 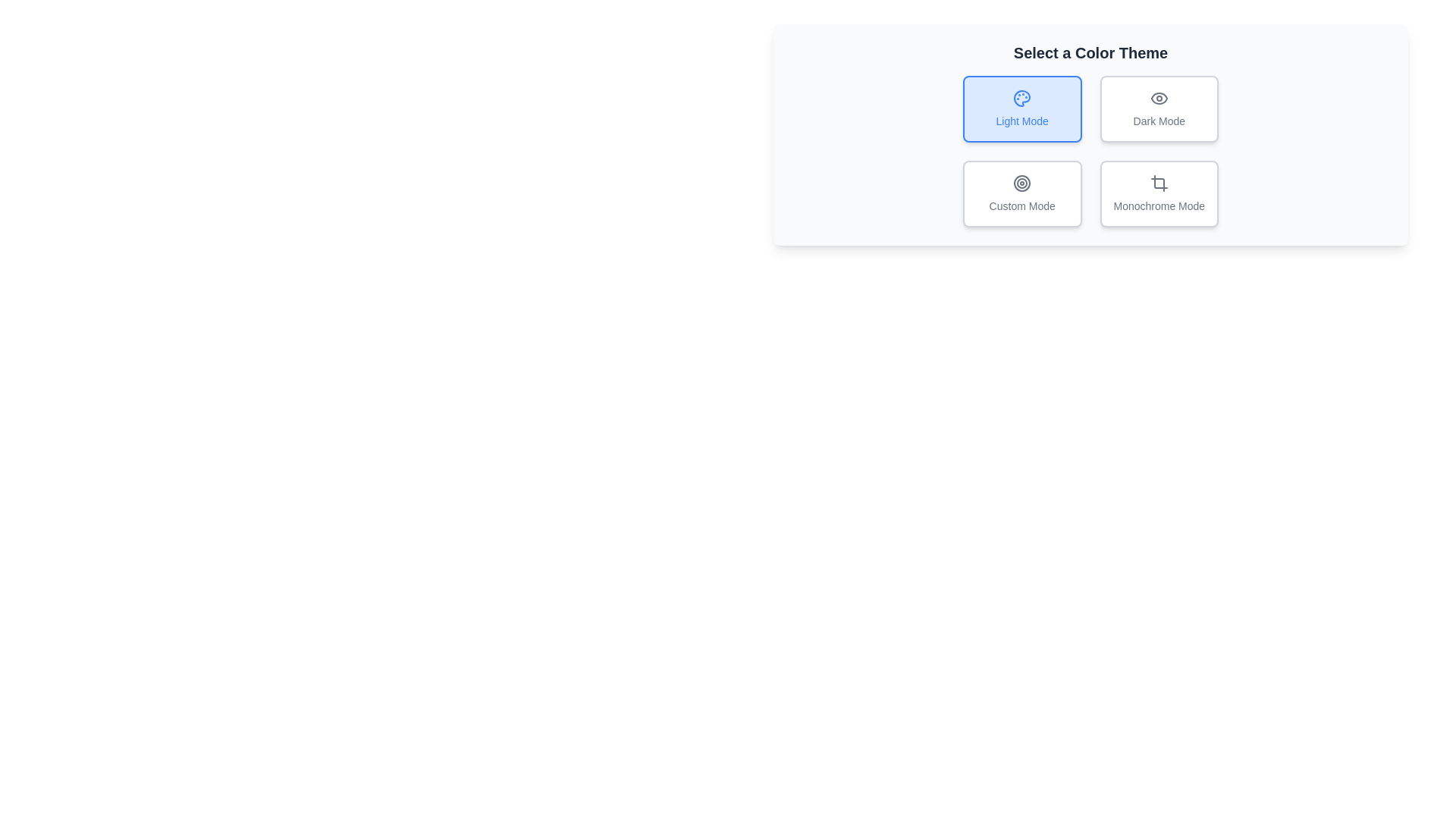 I want to click on the theme by clicking on the button corresponding to Custom Mode, so click(x=1022, y=193).